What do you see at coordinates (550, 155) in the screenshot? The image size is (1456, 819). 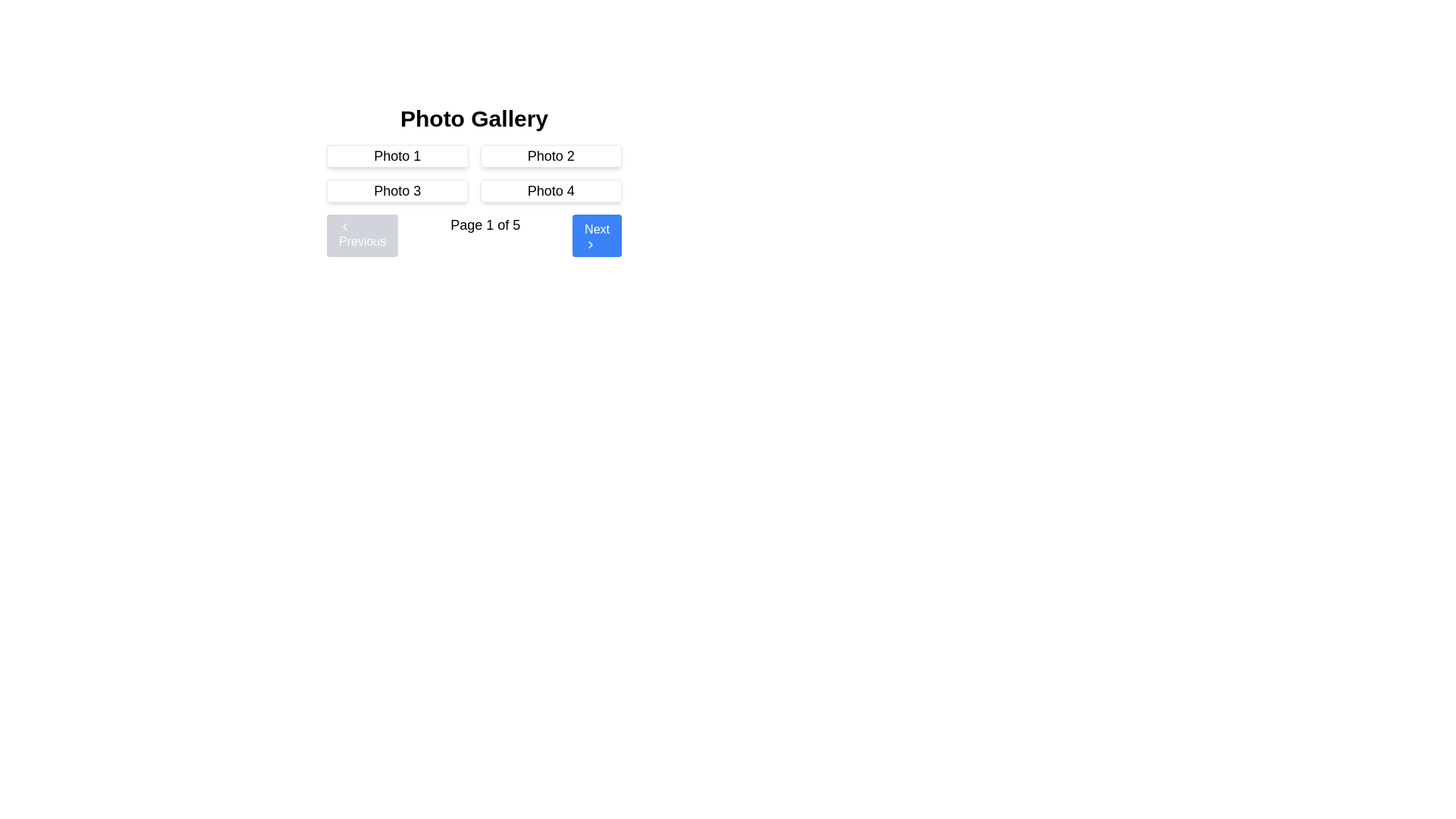 I see `the button that allows users to select or activate 'Photo 2'` at bounding box center [550, 155].